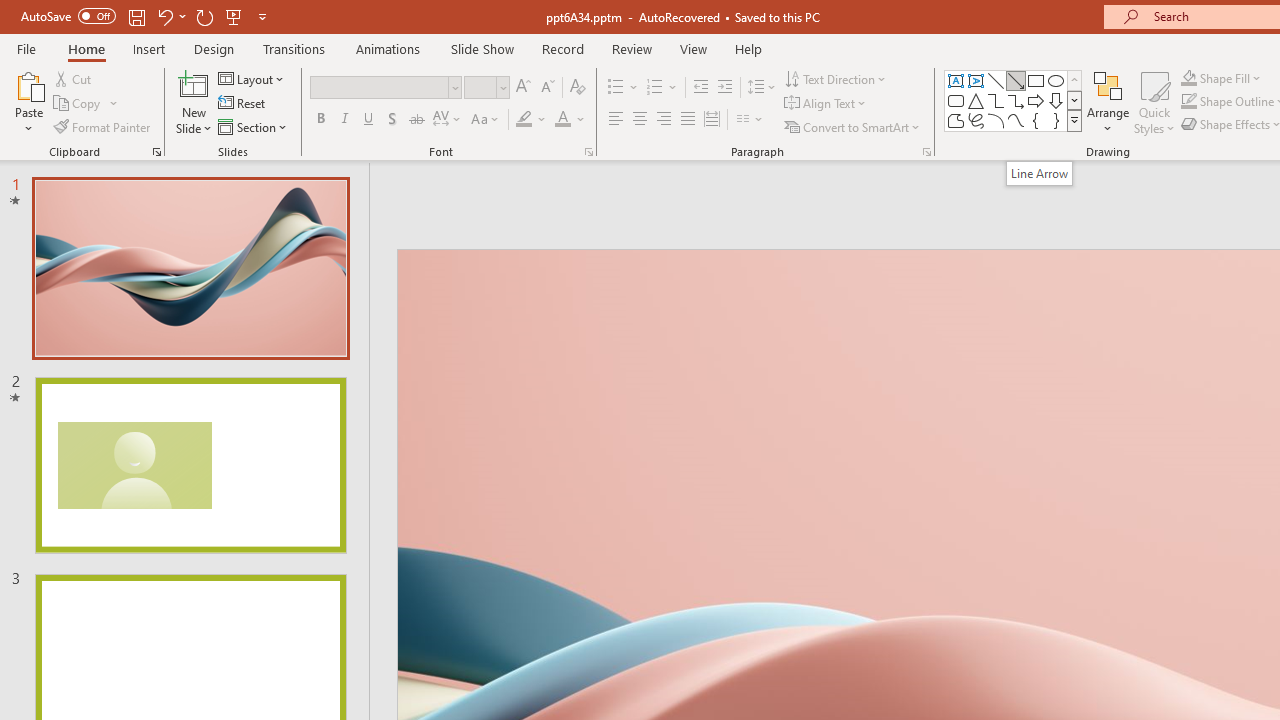 Image resolution: width=1280 pixels, height=720 pixels. Describe the element at coordinates (253, 127) in the screenshot. I see `'Section'` at that location.